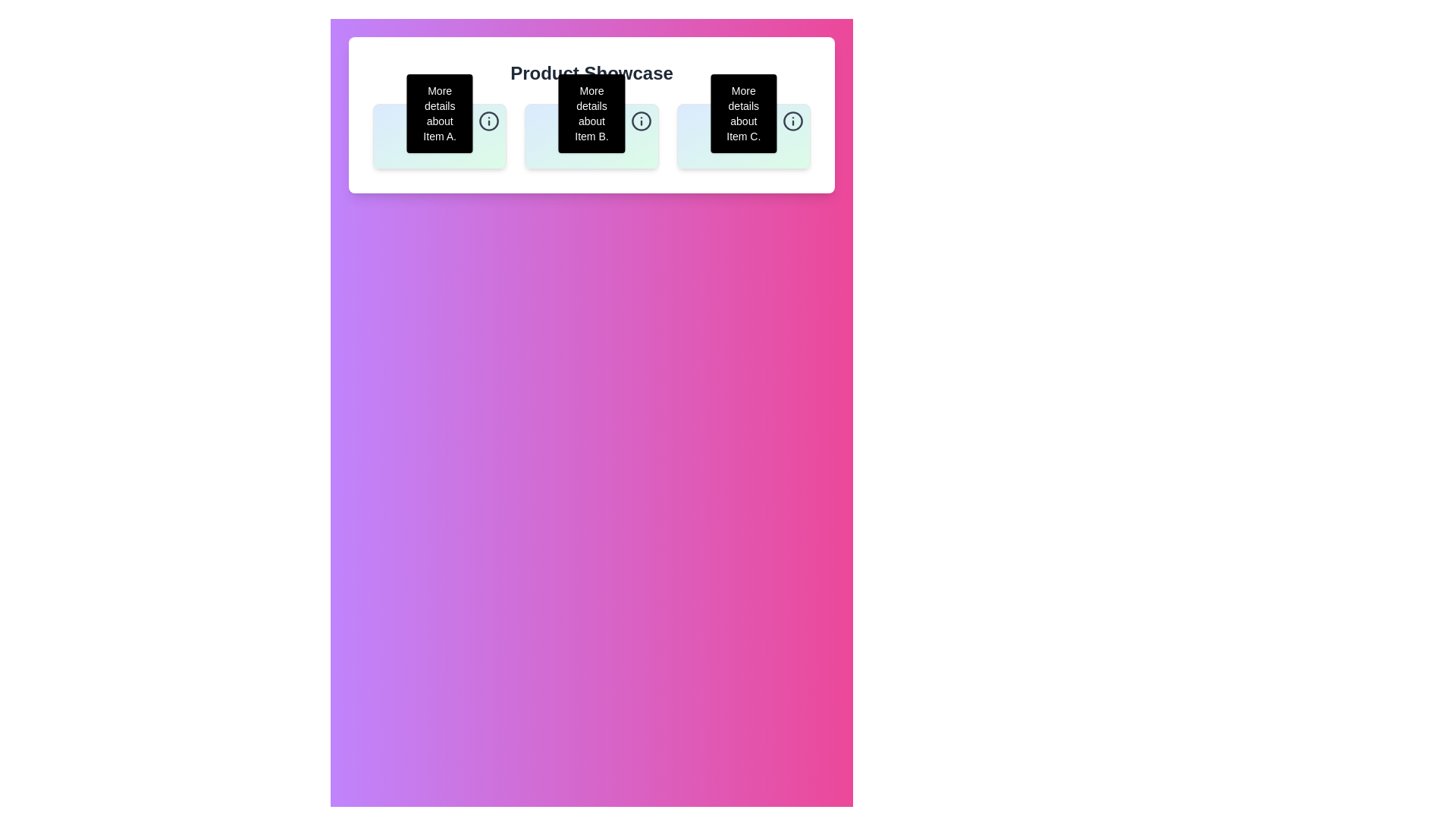 The width and height of the screenshot is (1456, 819). I want to click on the Card component titled 'Item A' with a gradient background transitioning from light blue to light green, positioned in the leftmost column of a three-column layout, so click(439, 136).